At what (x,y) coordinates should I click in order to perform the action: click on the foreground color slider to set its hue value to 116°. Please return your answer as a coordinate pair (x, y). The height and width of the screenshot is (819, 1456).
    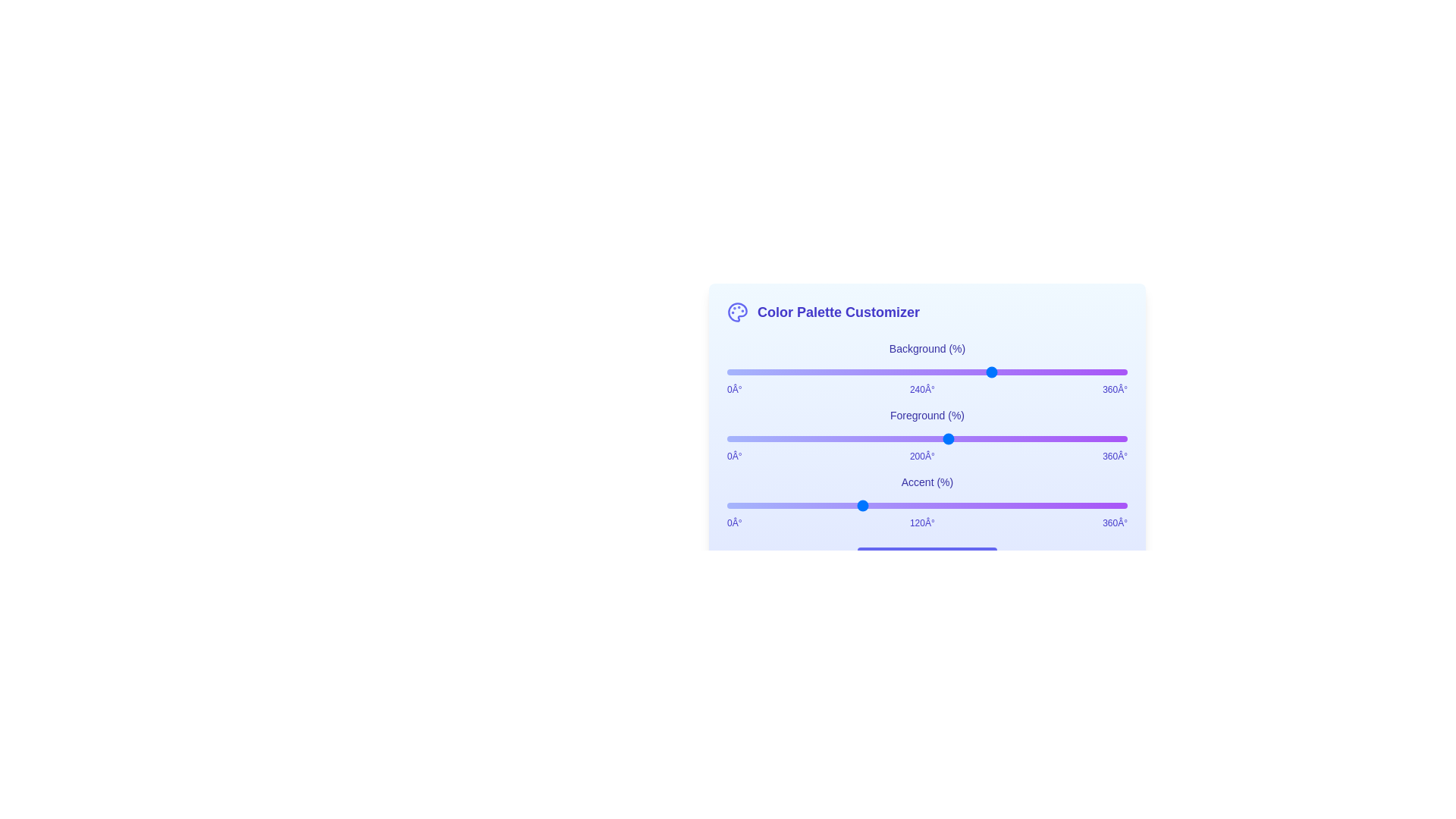
    Looking at the image, I should click on (856, 438).